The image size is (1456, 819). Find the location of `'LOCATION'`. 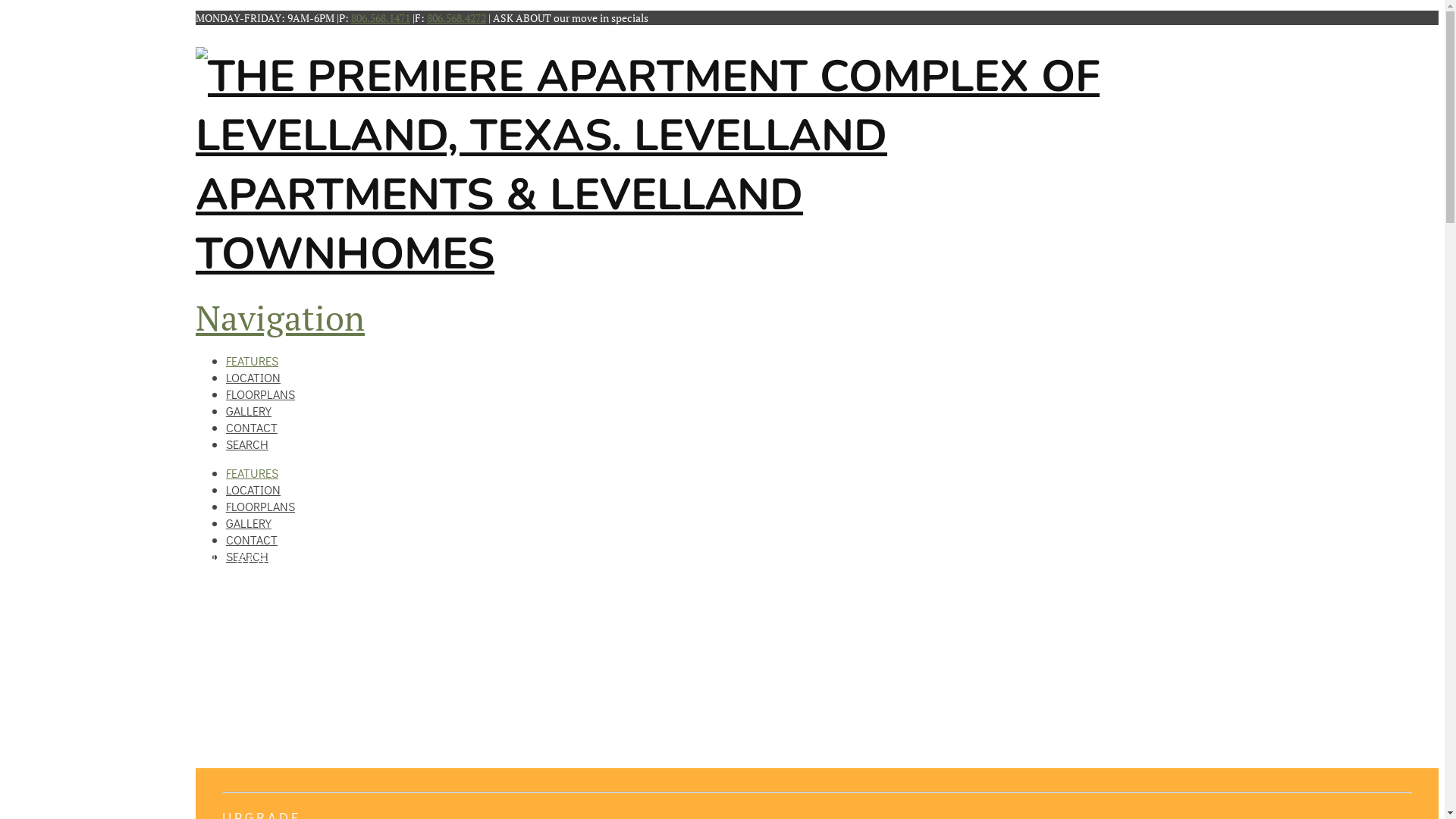

'LOCATION' is located at coordinates (253, 489).